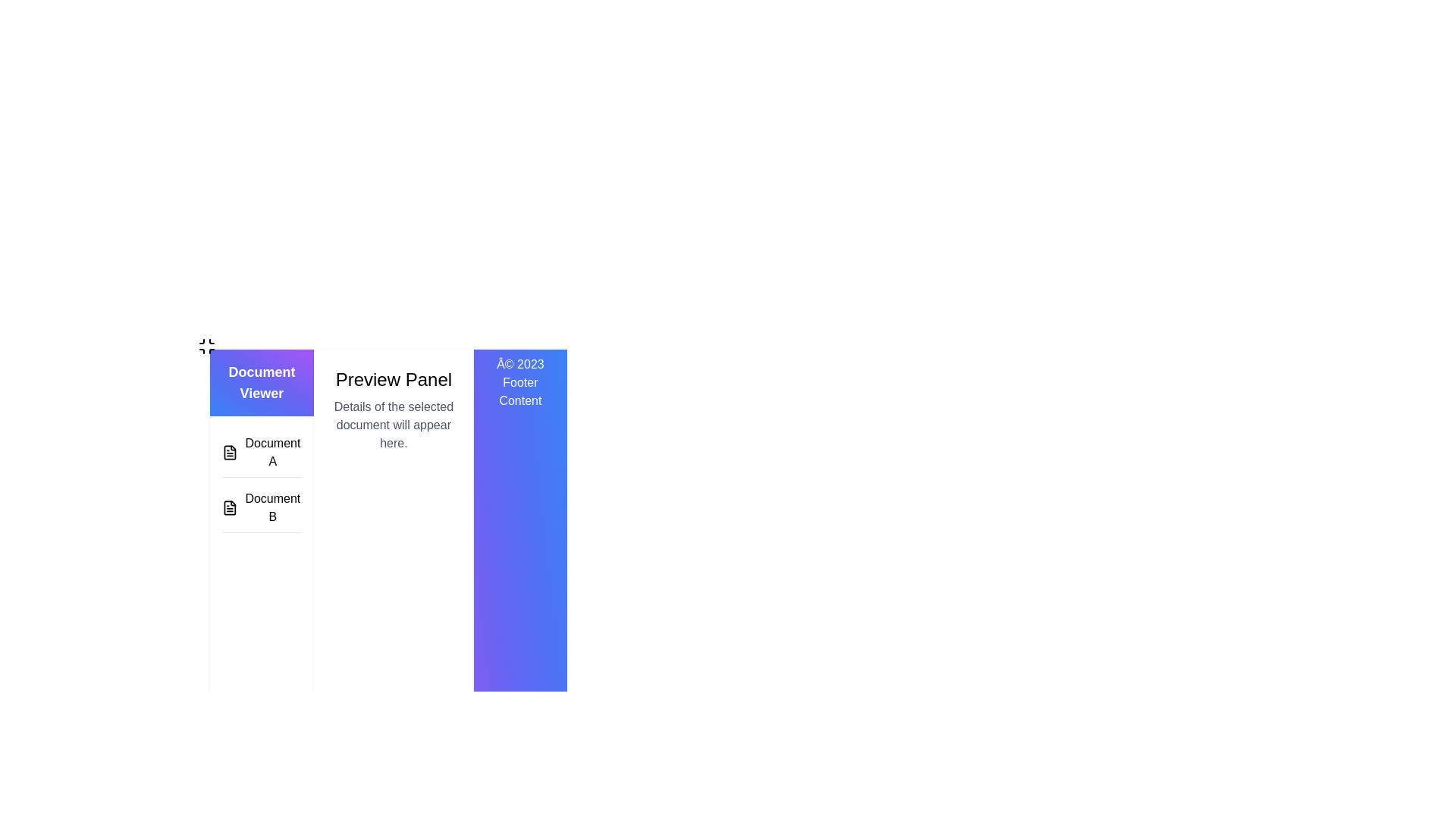 This screenshot has height=819, width=1456. I want to click on the rescaling button located in the top-left corner of the interface, so click(206, 346).